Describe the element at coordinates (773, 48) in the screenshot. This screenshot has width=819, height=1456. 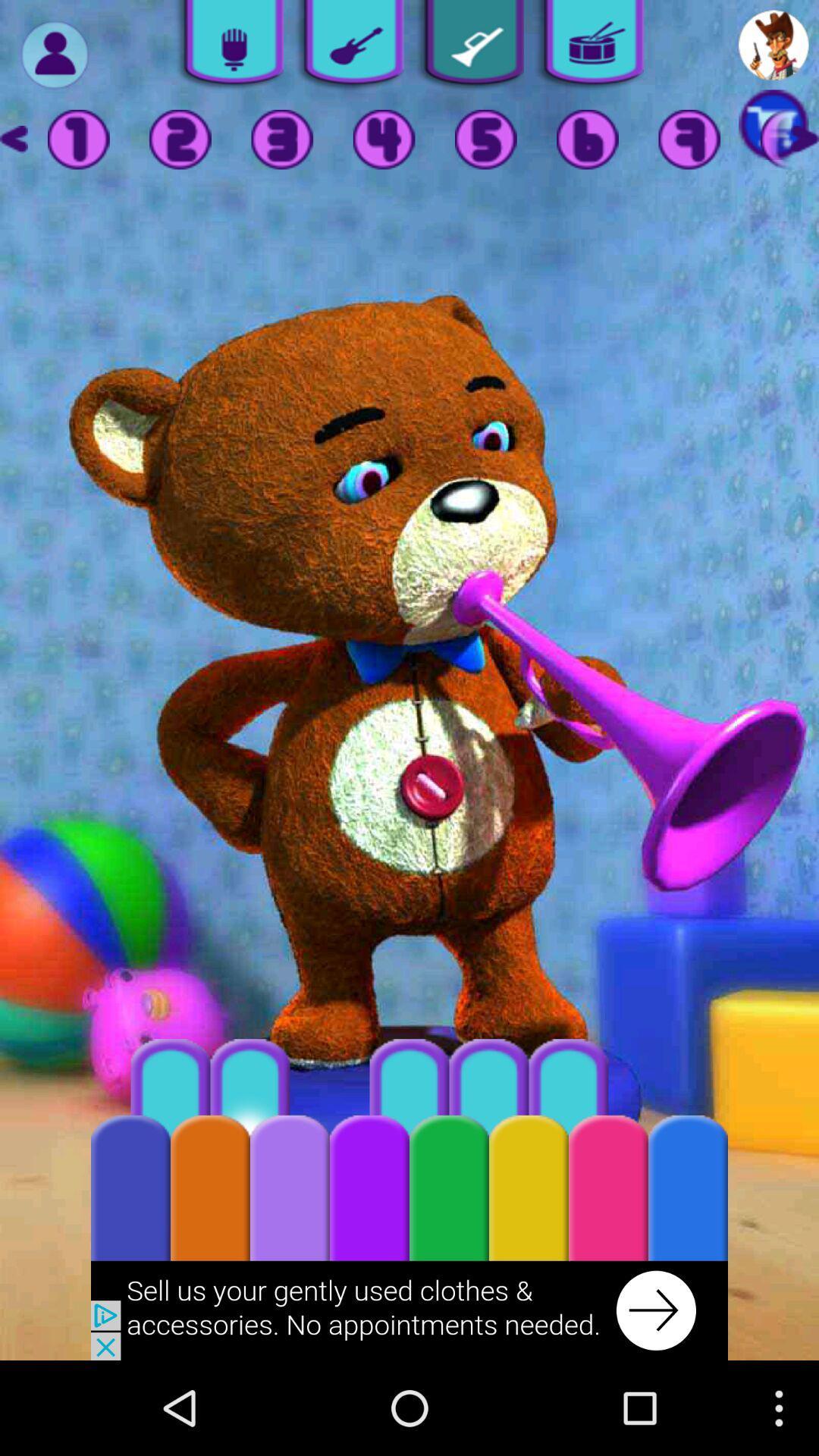
I see `the avatar icon` at that location.